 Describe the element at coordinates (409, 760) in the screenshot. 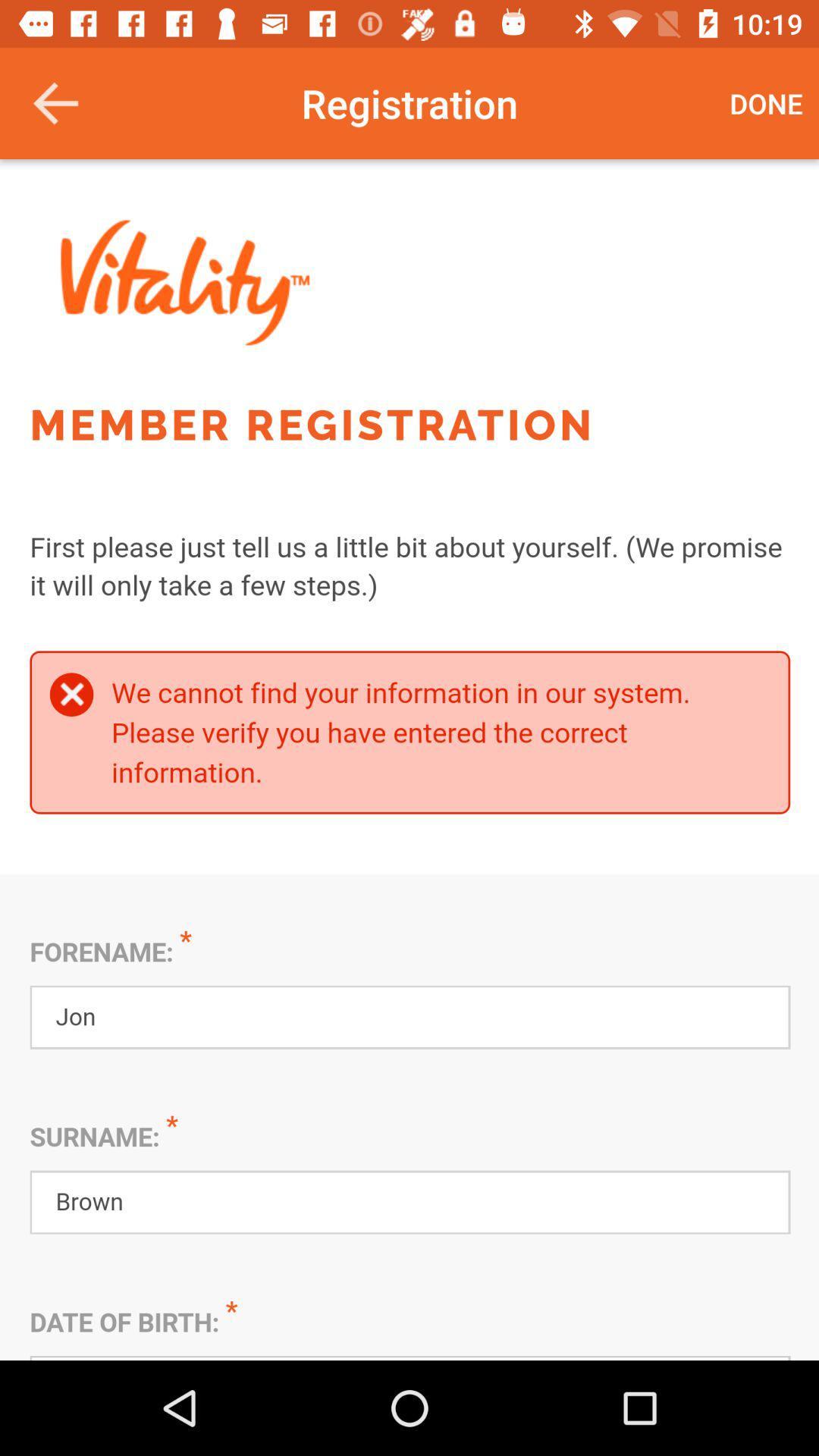

I see `registration page` at that location.